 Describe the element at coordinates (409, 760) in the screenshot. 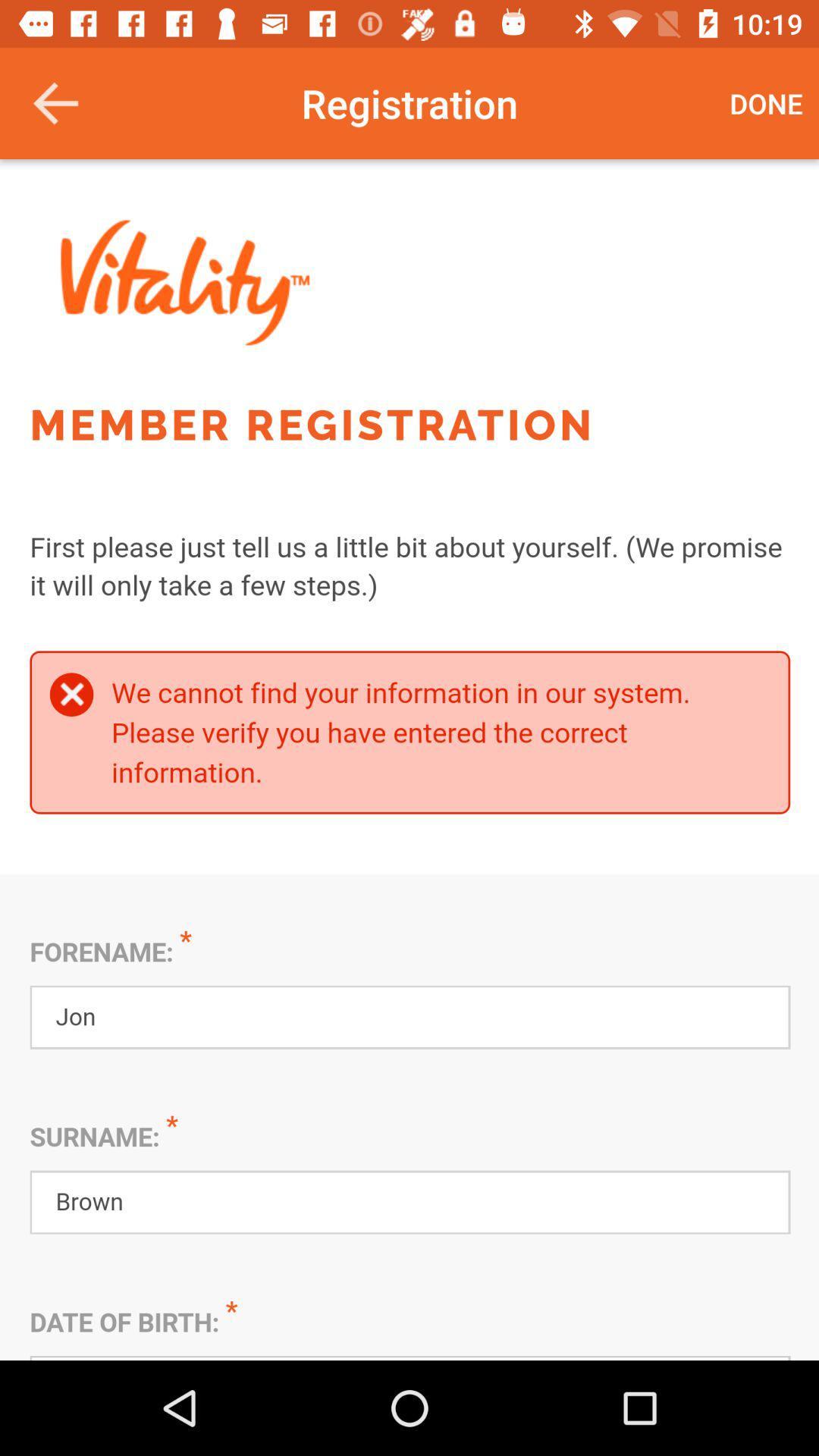

I see `registration page` at that location.